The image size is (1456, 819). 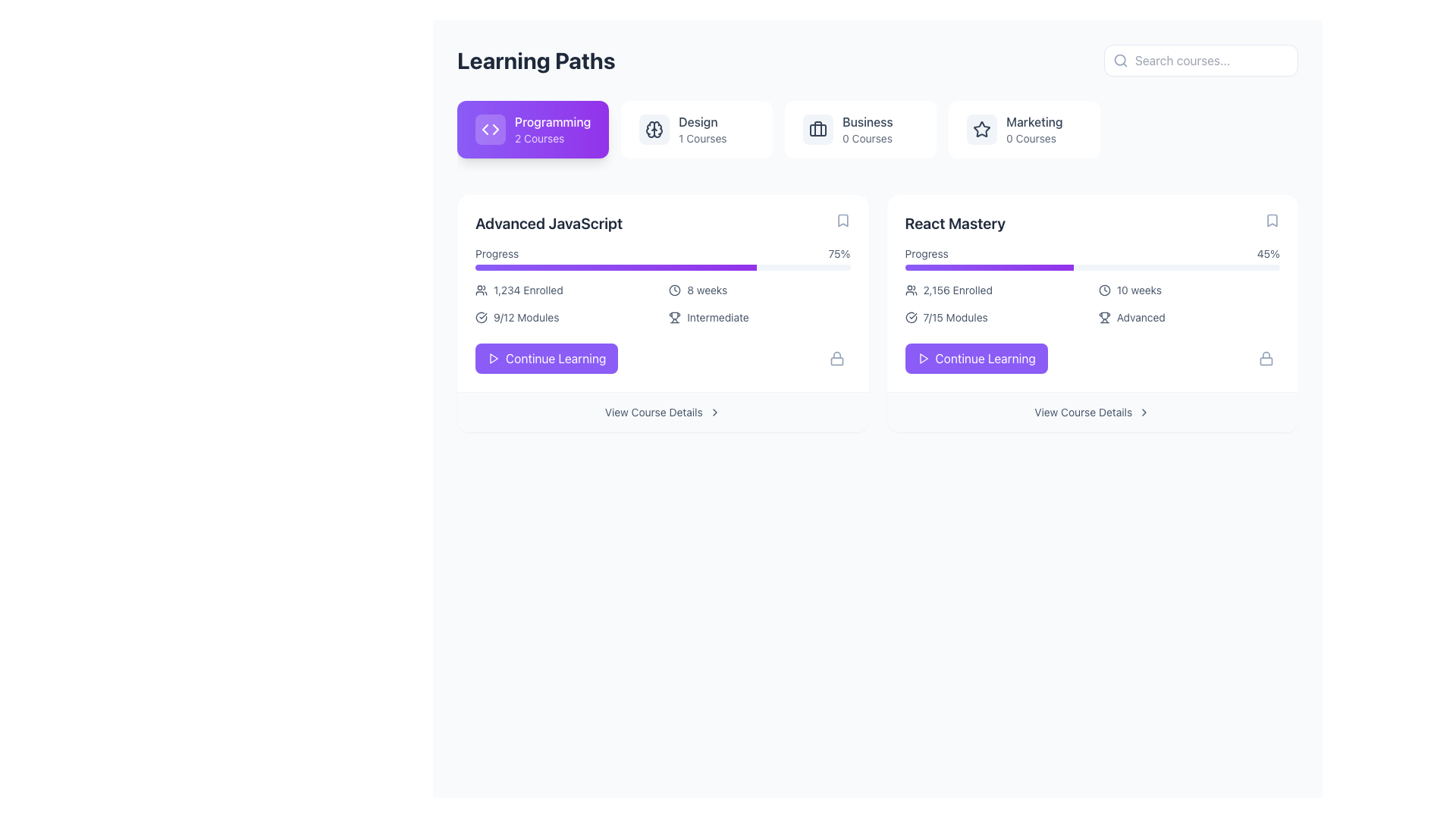 I want to click on the user icon representing group-related information located to the left of the text '1,234 Enrolled' in the course card labeled 'Advanced JavaScript', so click(x=480, y=290).